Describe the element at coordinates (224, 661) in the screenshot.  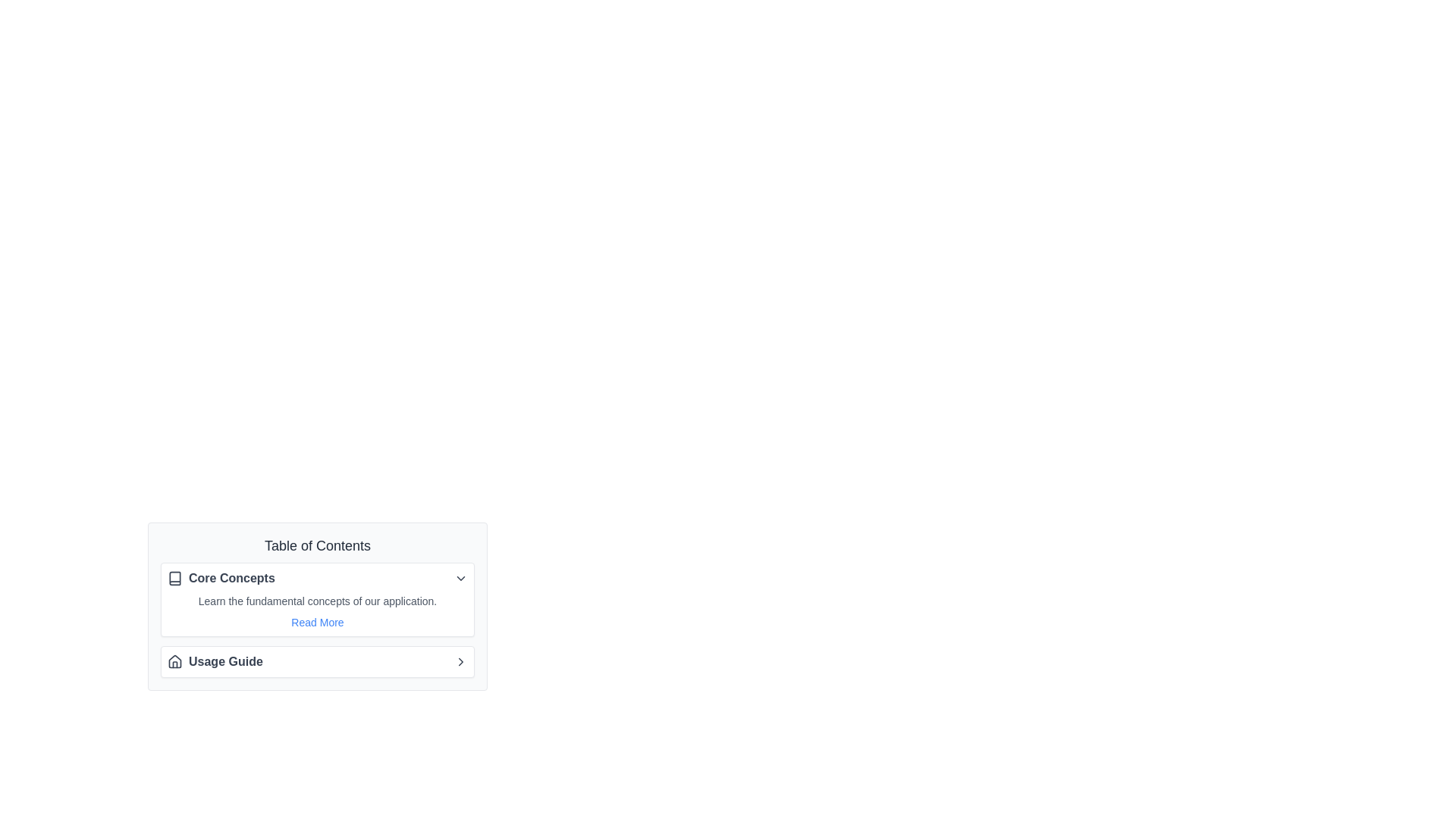
I see `the text label located at the bottom of the 'Table of Contents' card, below 'Core Concepts'` at that location.